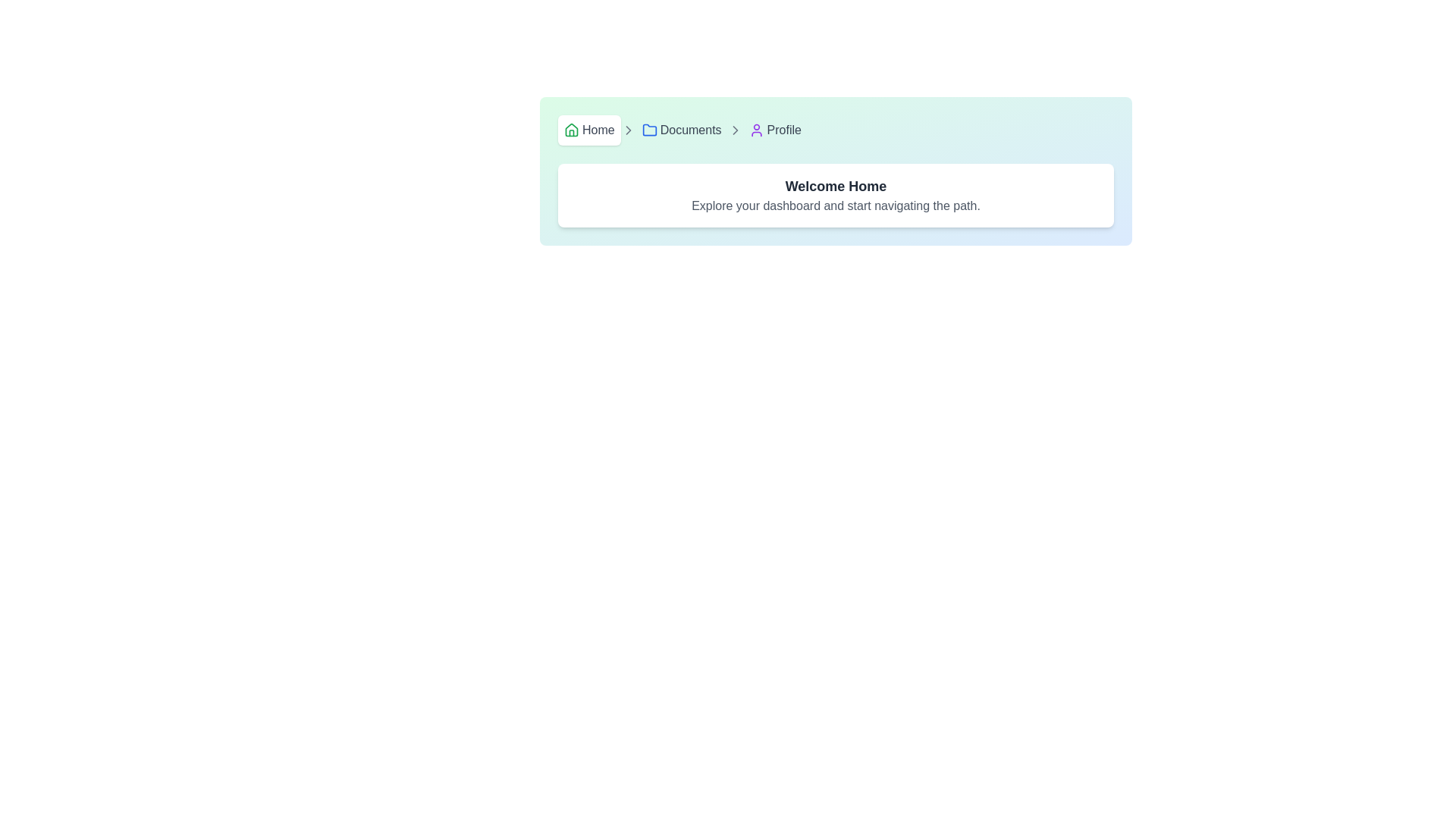 This screenshot has height=819, width=1456. Describe the element at coordinates (690, 130) in the screenshot. I see `the 'Documents' label` at that location.